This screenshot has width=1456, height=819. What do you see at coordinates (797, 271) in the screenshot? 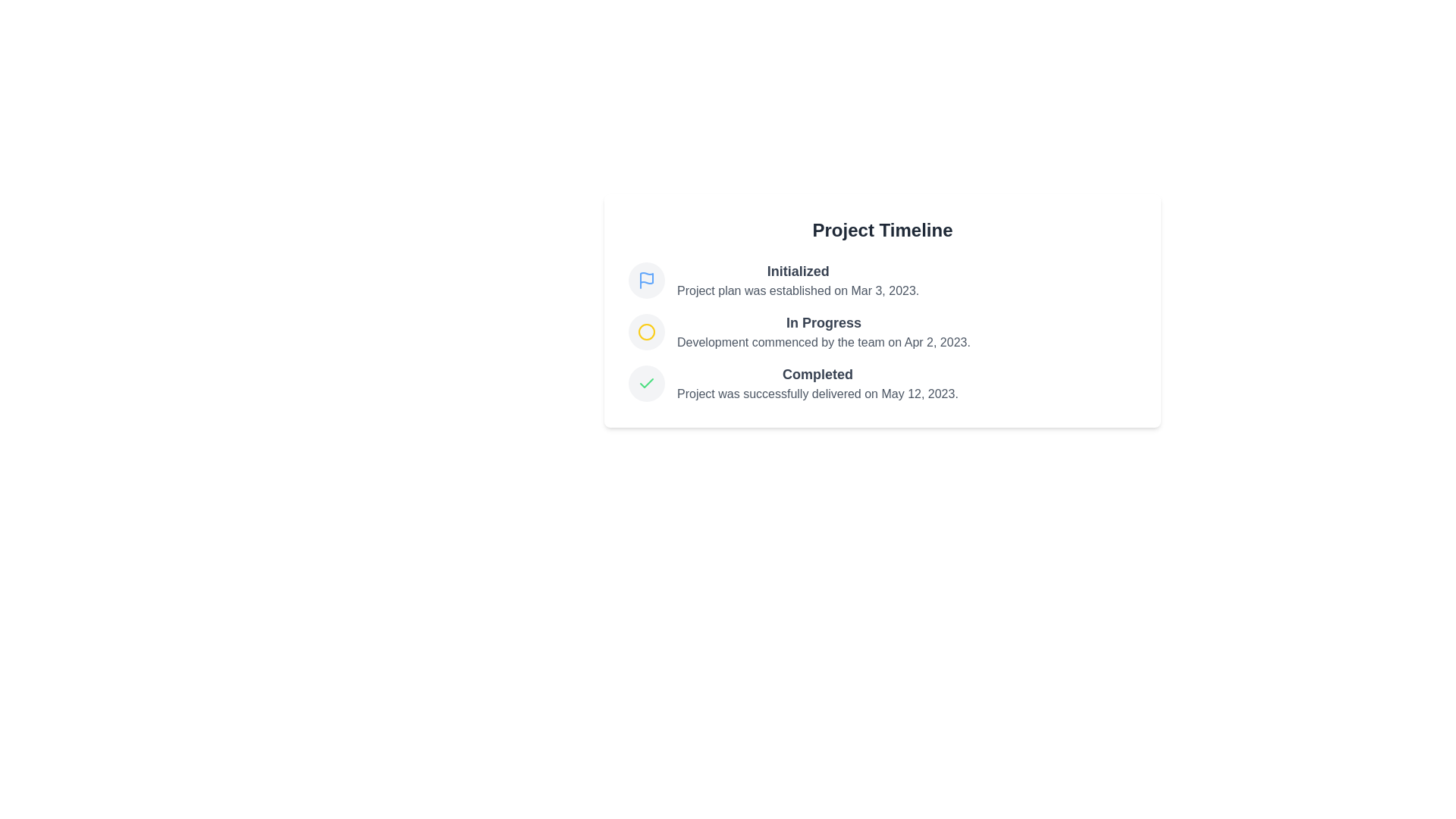
I see `the heading text label marking the 'Initialized' stage in the project timeline, which is located above the text 'Project plan was established on Mar 3, 2023.' and aligned horizontally with a flag icon to its left` at bounding box center [797, 271].